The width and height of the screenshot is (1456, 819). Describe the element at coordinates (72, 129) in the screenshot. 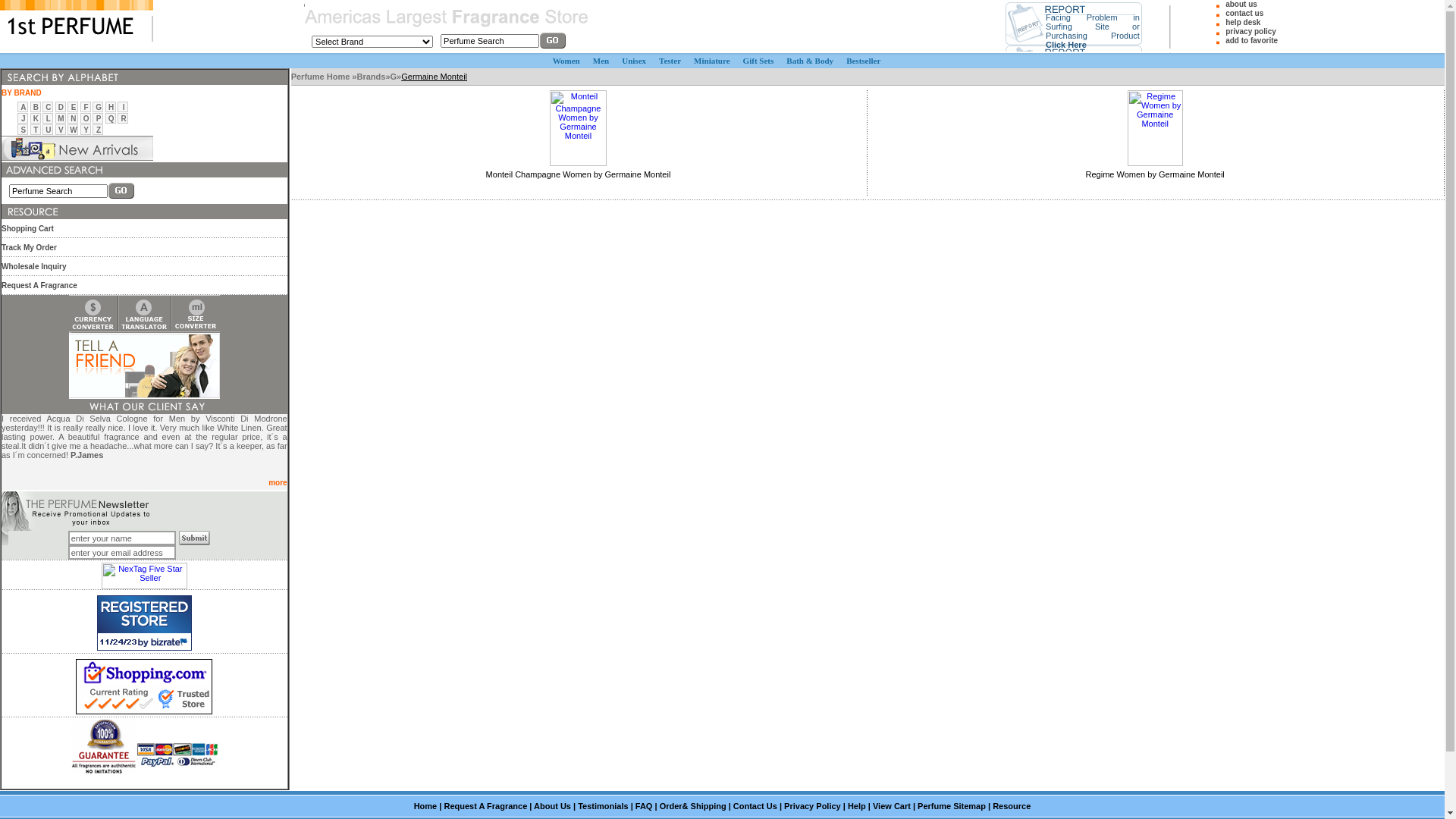

I see `'W'` at that location.